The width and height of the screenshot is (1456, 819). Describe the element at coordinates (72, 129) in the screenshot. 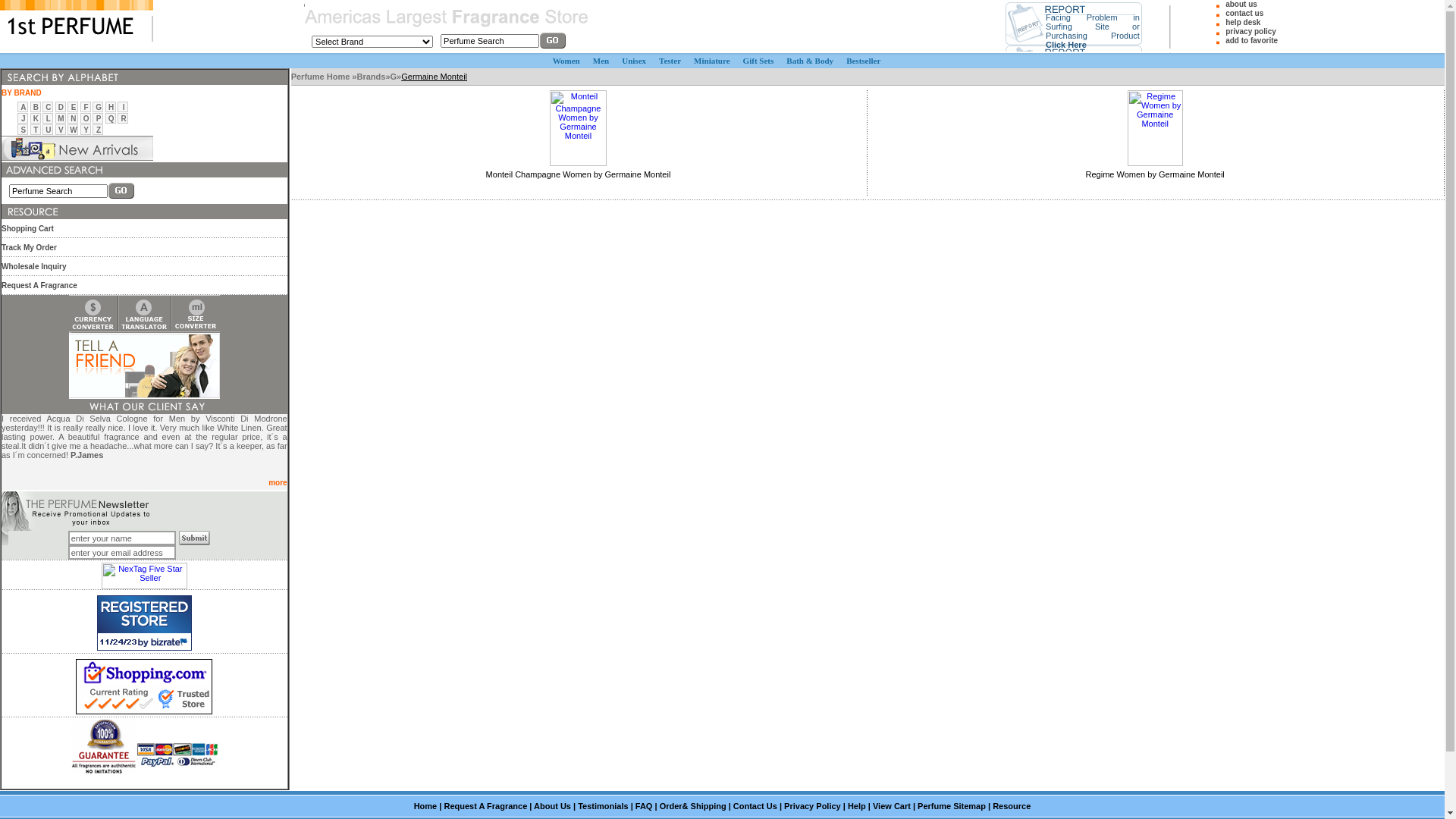

I see `'W'` at that location.